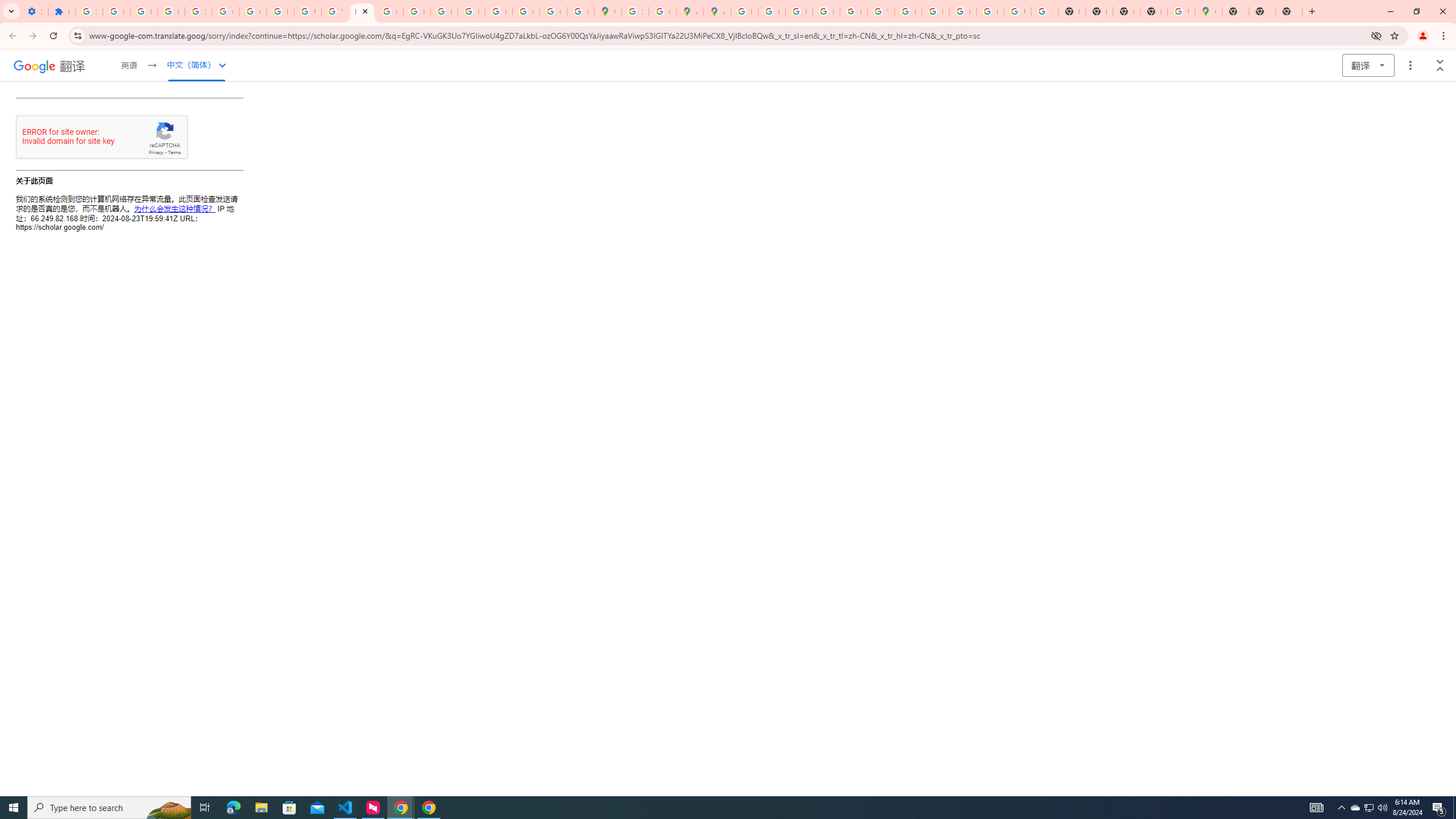 This screenshot has height=819, width=1456. Describe the element at coordinates (880, 11) in the screenshot. I see `'YouTube'` at that location.